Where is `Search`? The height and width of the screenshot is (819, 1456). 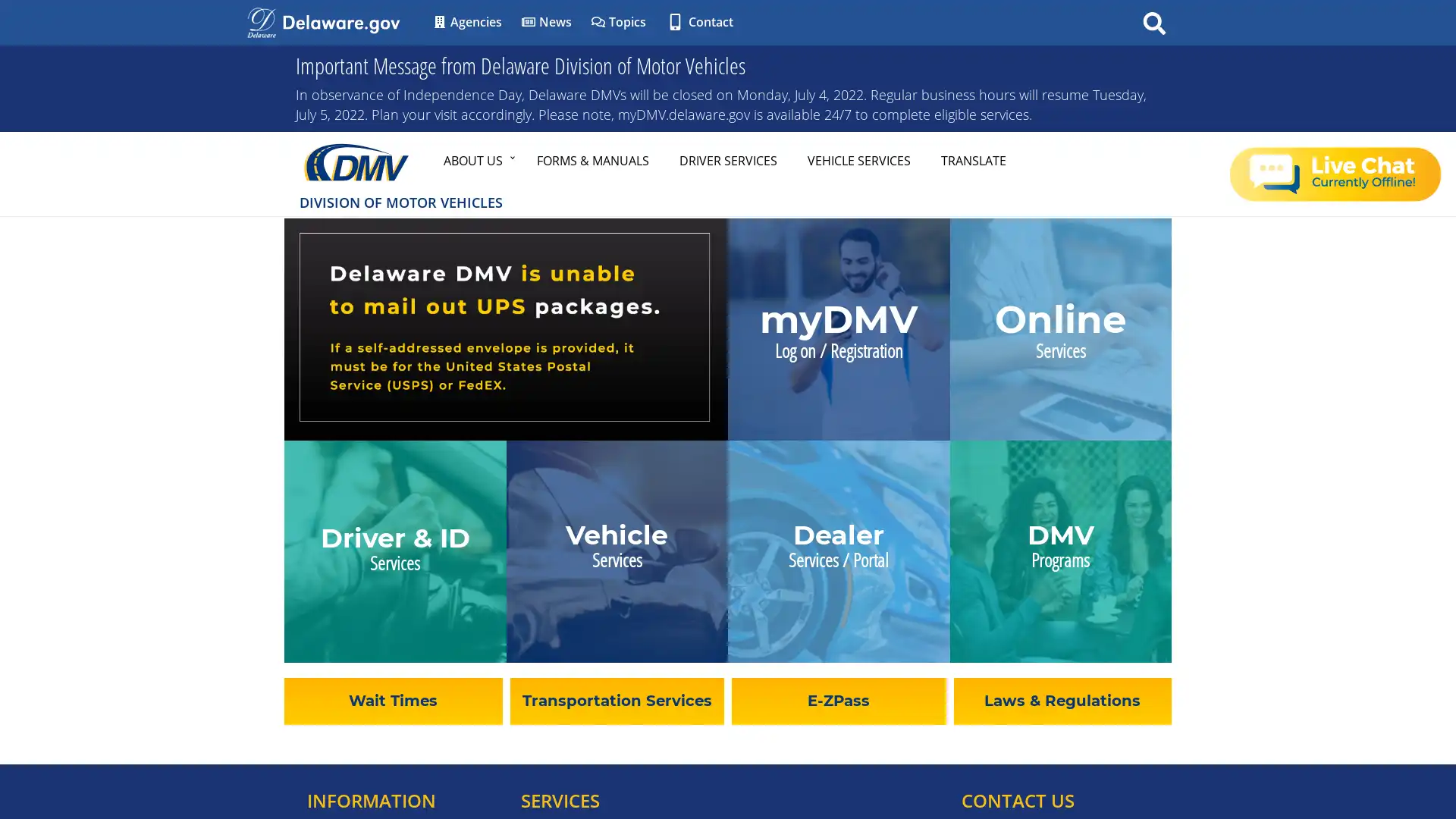
Search is located at coordinates (1153, 22).